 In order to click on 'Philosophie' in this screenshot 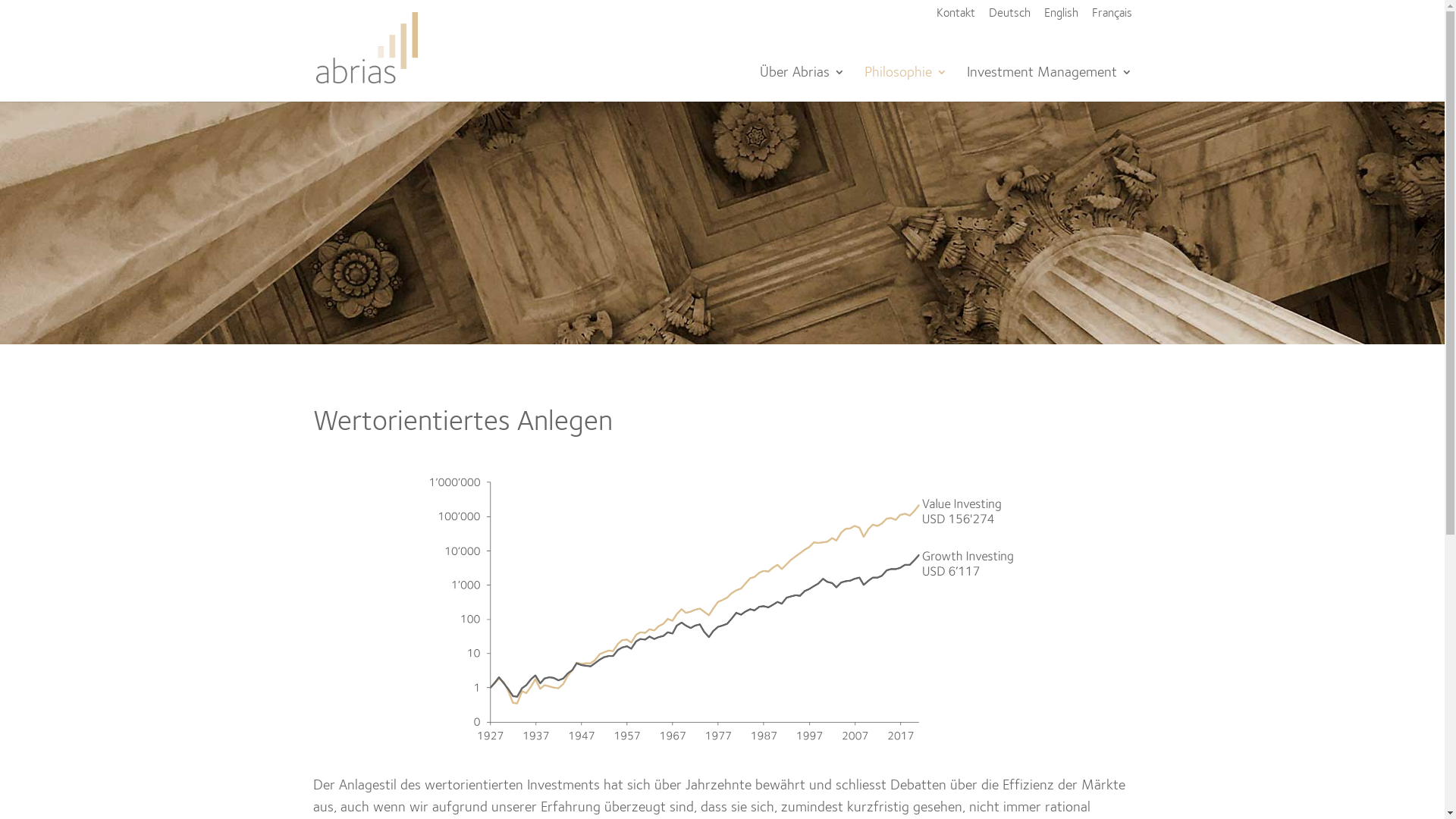, I will do `click(905, 84)`.